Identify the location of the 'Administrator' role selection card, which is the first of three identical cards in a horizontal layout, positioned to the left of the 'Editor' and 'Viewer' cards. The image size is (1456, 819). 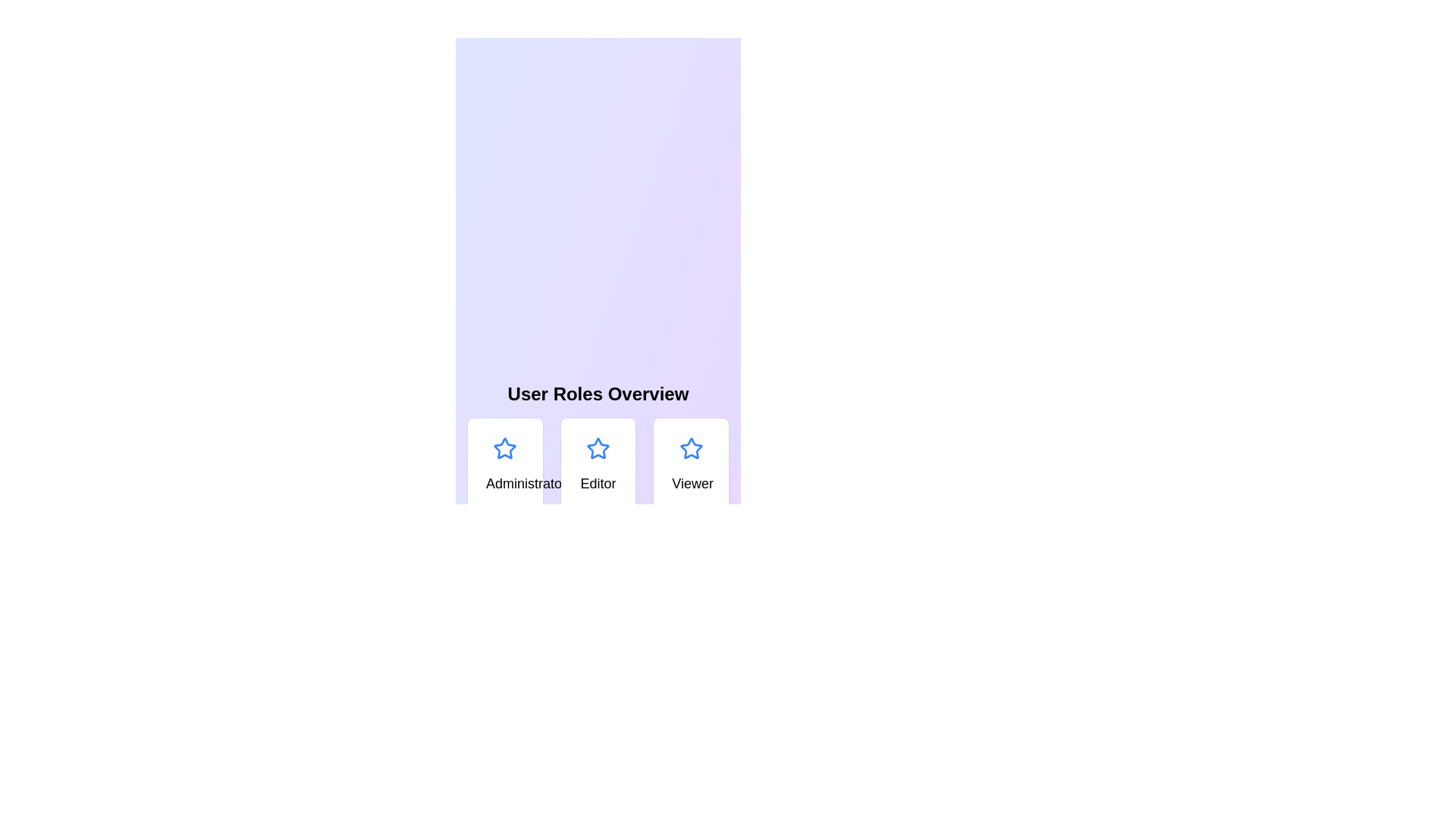
(505, 464).